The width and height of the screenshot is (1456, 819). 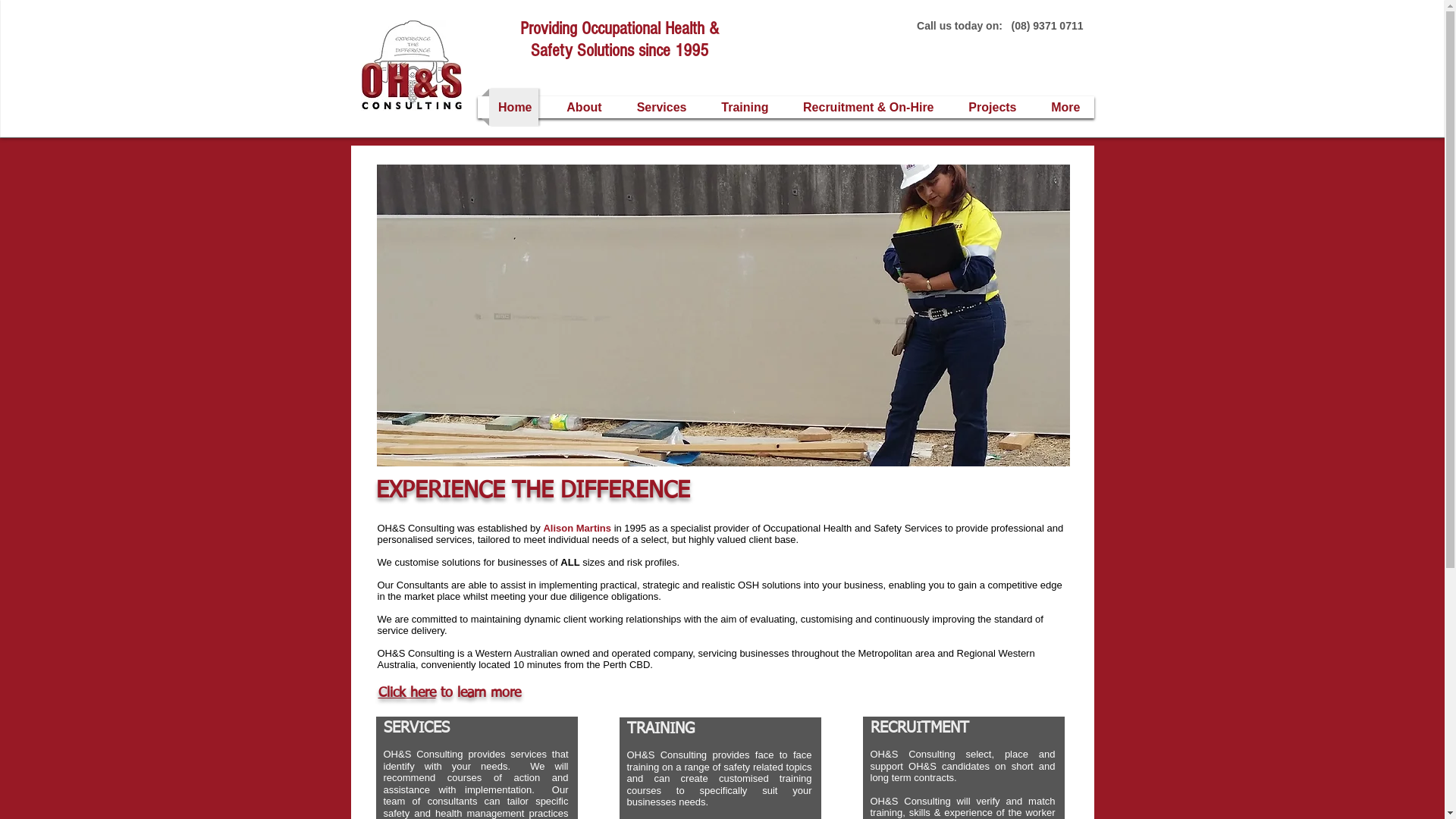 I want to click on 'Click here to learn more', so click(x=447, y=693).